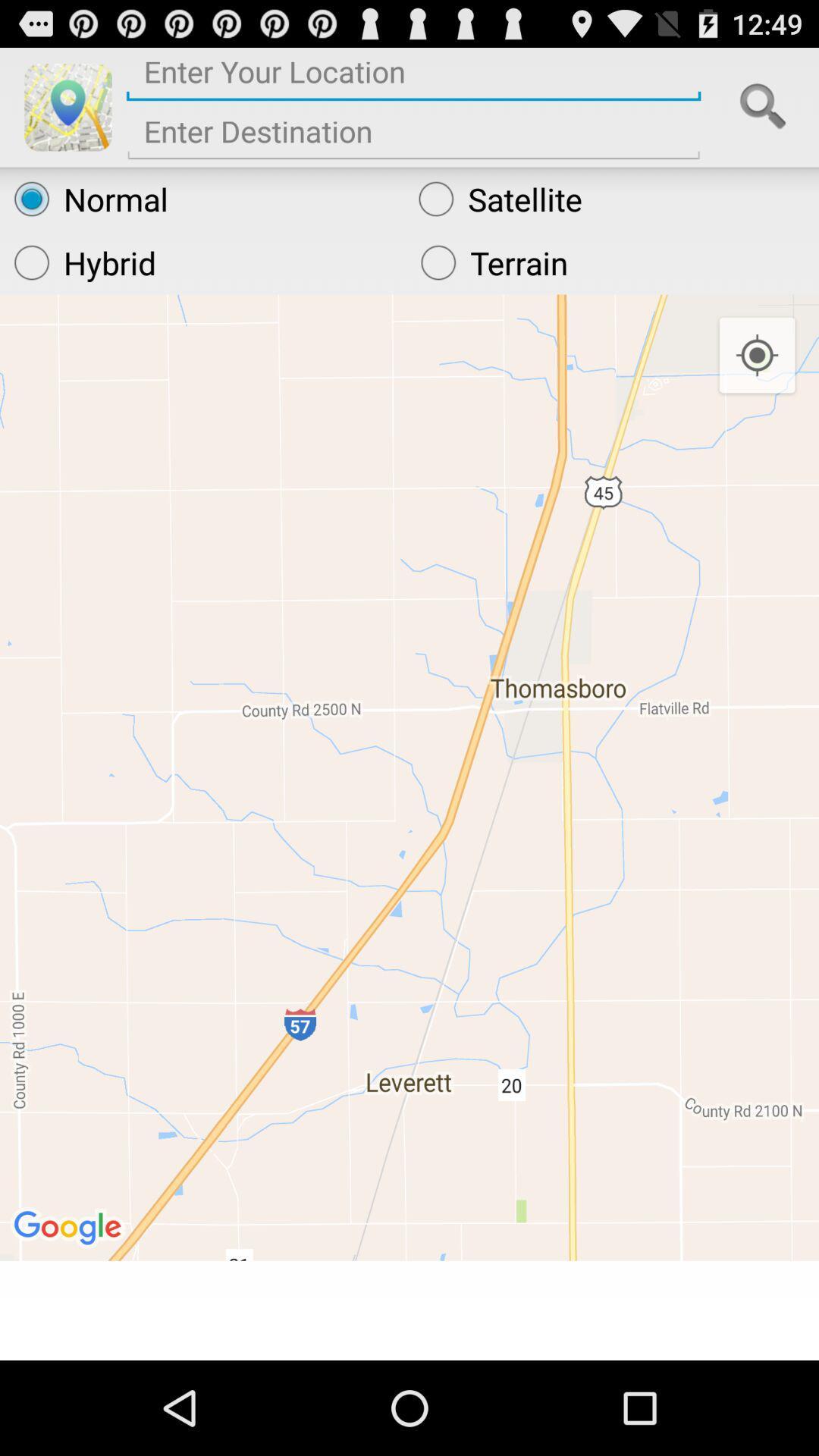 Image resolution: width=819 pixels, height=1456 pixels. Describe the element at coordinates (202, 262) in the screenshot. I see `radio button below the normal` at that location.